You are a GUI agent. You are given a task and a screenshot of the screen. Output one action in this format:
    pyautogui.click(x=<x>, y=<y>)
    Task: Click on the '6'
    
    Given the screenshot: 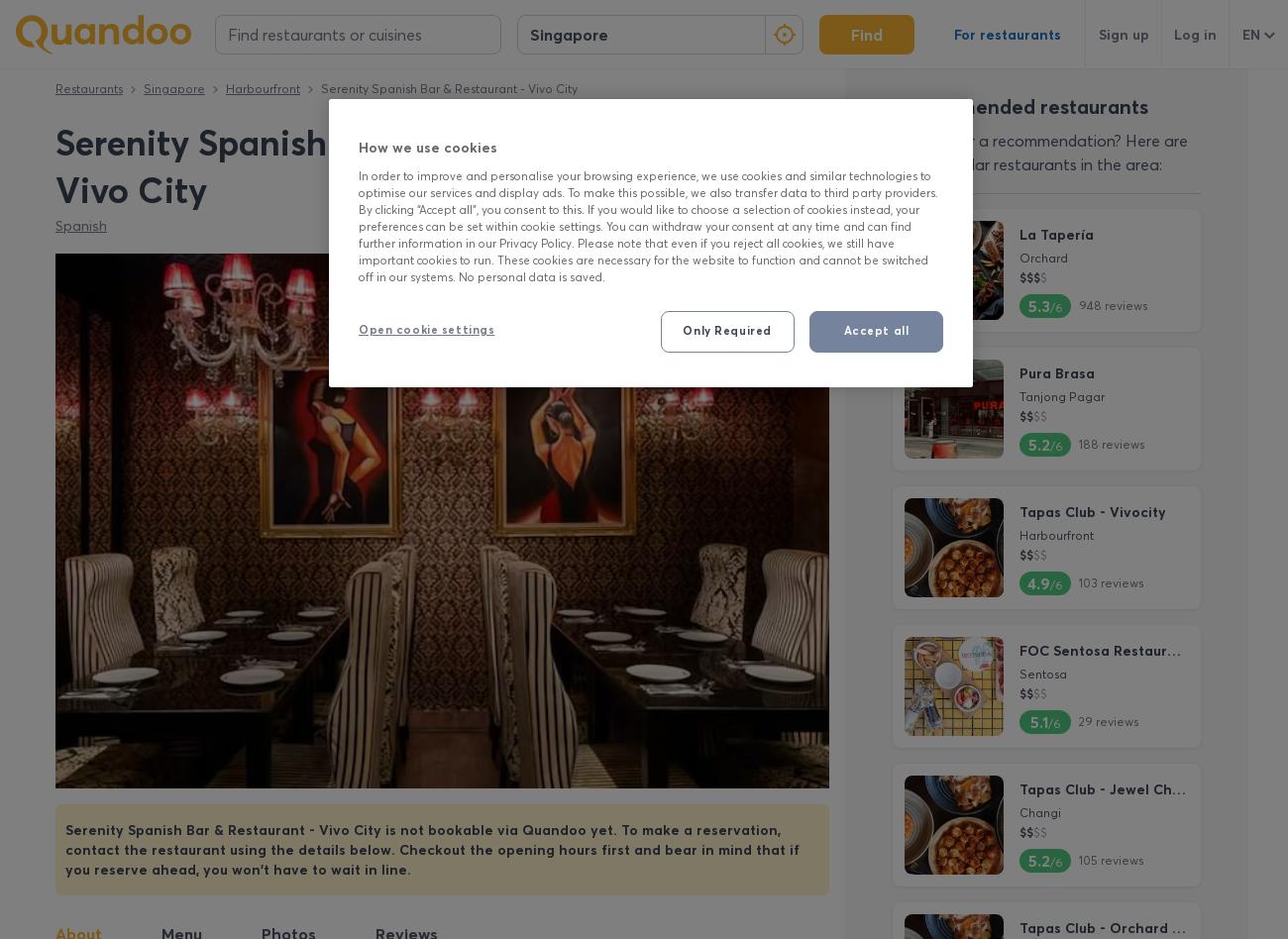 What is the action you would take?
    pyautogui.click(x=808, y=133)
    